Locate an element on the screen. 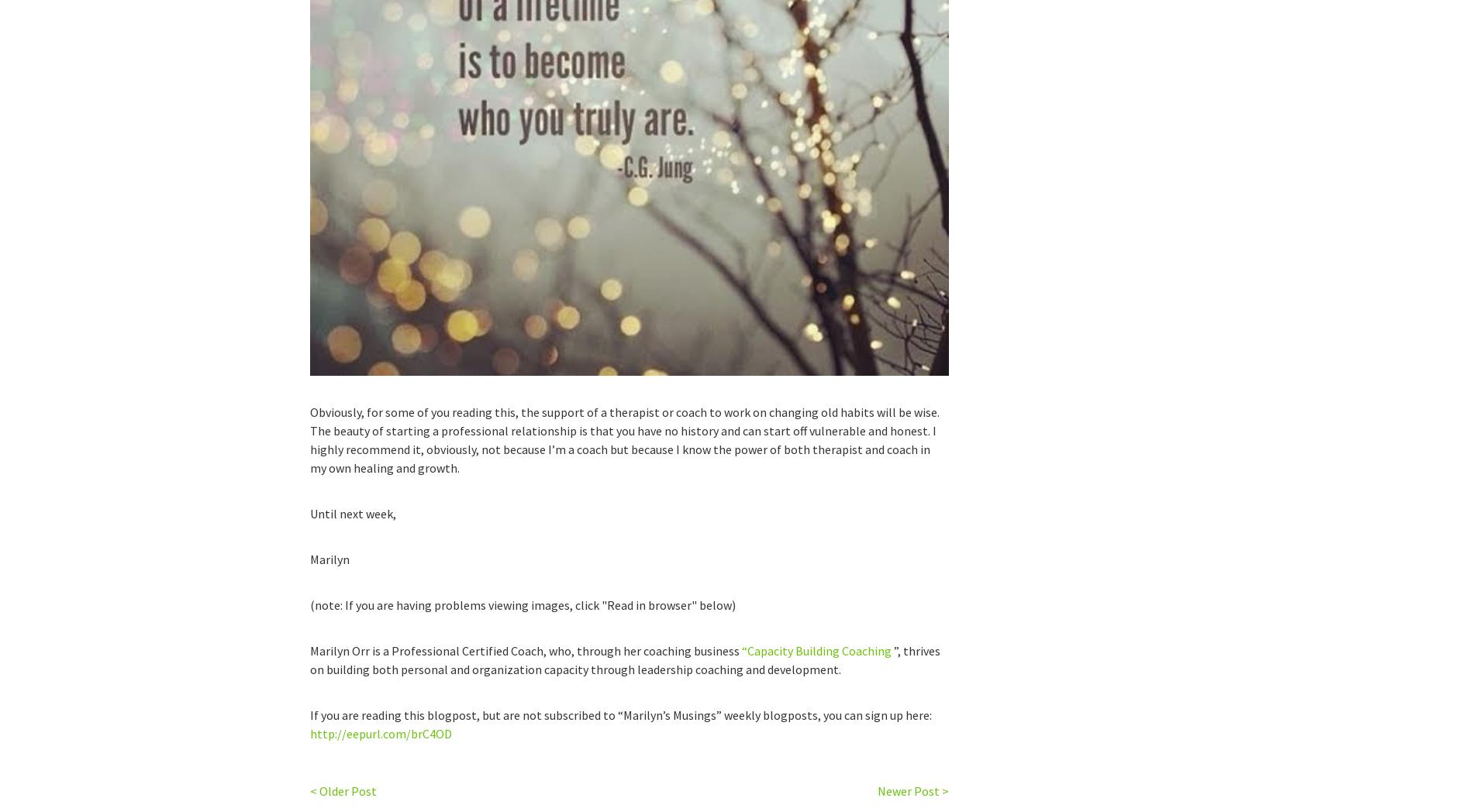  'Obviously, for some of you reading this, the support of a therapist or coach to work on changing old habits will be wise. The beauty of starting a professional relationship is that you have no history and can start off vulnerable and honest. I highly recommend it, obviously, not because I’m a coach but because I know the power of both therapist and coach in my own healing and growth.' is located at coordinates (623, 439).